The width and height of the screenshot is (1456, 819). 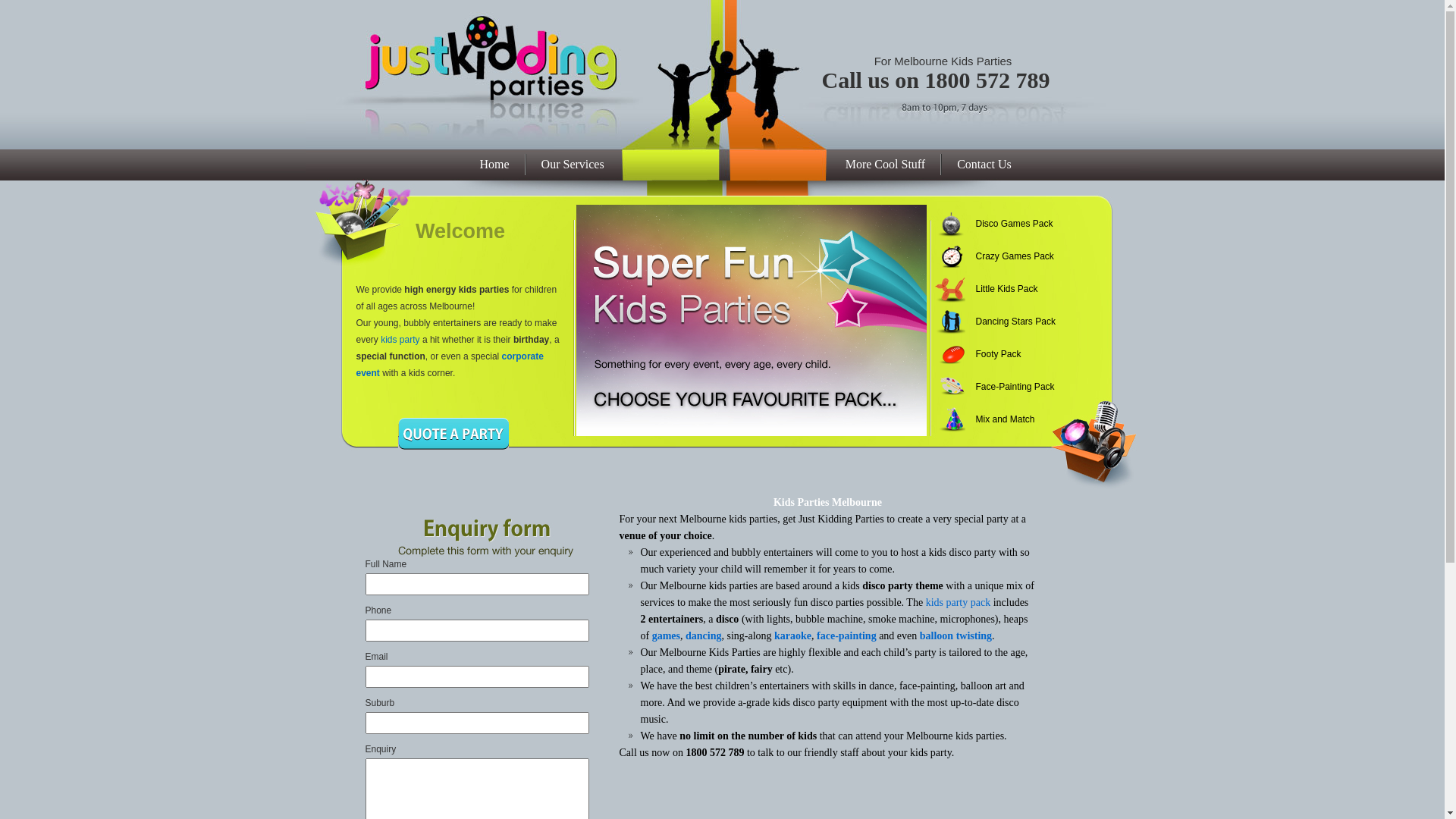 What do you see at coordinates (702, 635) in the screenshot?
I see `'dancing'` at bounding box center [702, 635].